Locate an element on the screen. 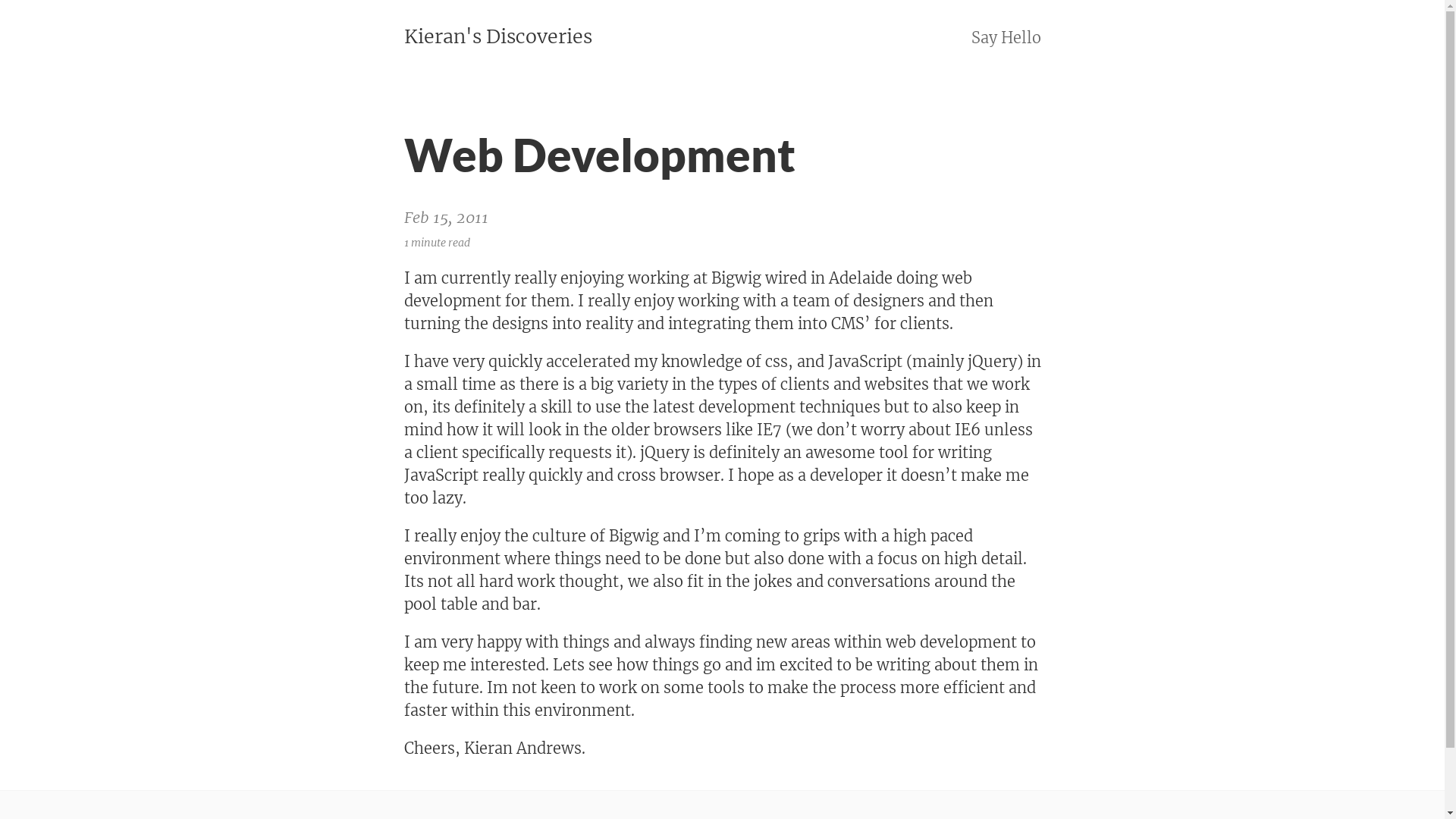  'Kieran's Discoveries' is located at coordinates (497, 36).